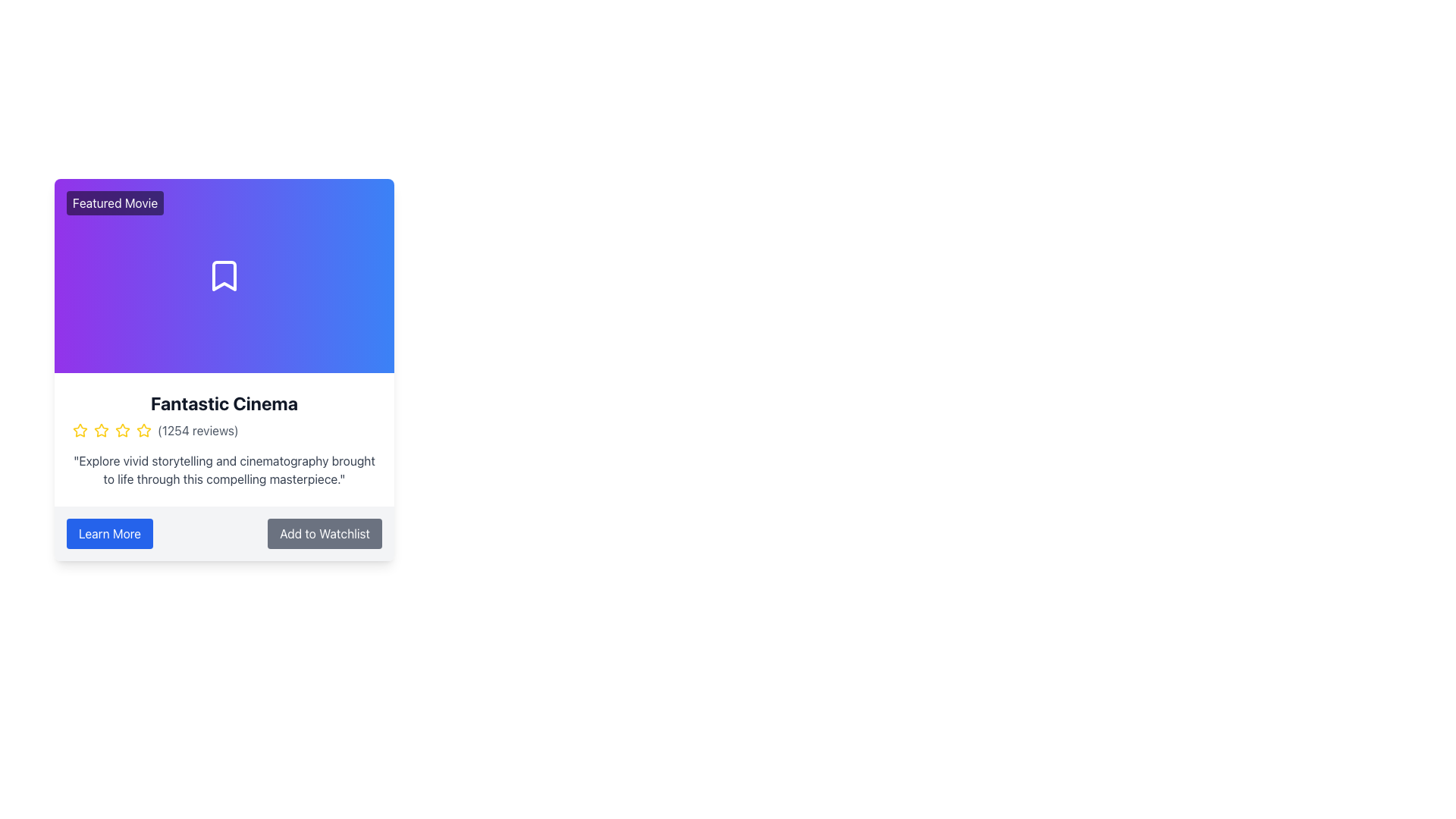 Image resolution: width=1456 pixels, height=819 pixels. I want to click on the descriptive text element that reads 'Explore vivid storytelling and cinematography brought to life through this compelling masterpiece.', which is located beneath the title 'Fantastic Cinema' and the 5-star rating system, so click(224, 469).